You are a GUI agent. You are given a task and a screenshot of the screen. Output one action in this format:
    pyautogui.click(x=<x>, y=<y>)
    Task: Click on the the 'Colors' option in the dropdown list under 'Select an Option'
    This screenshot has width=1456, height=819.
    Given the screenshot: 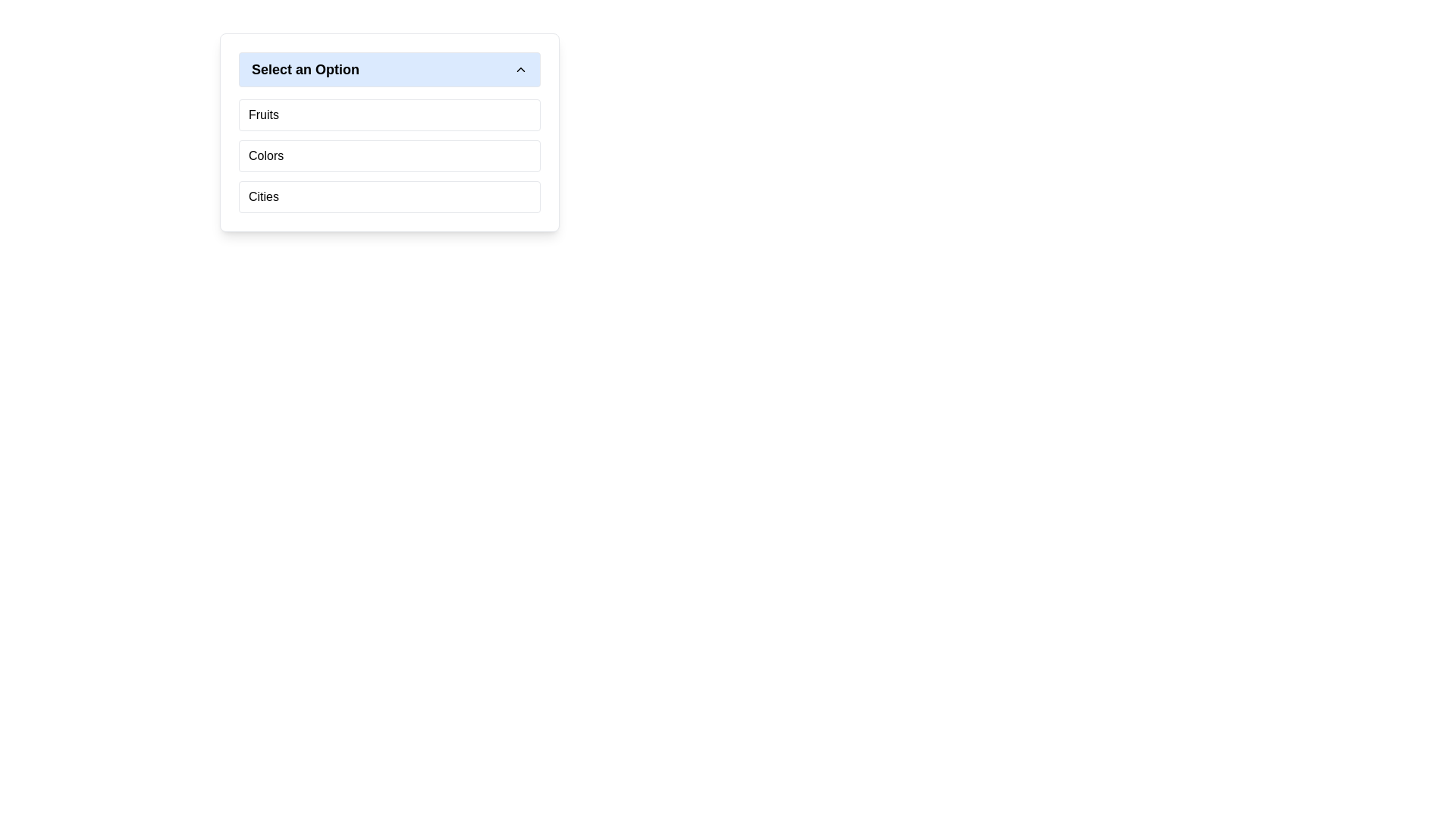 What is the action you would take?
    pyautogui.click(x=266, y=155)
    